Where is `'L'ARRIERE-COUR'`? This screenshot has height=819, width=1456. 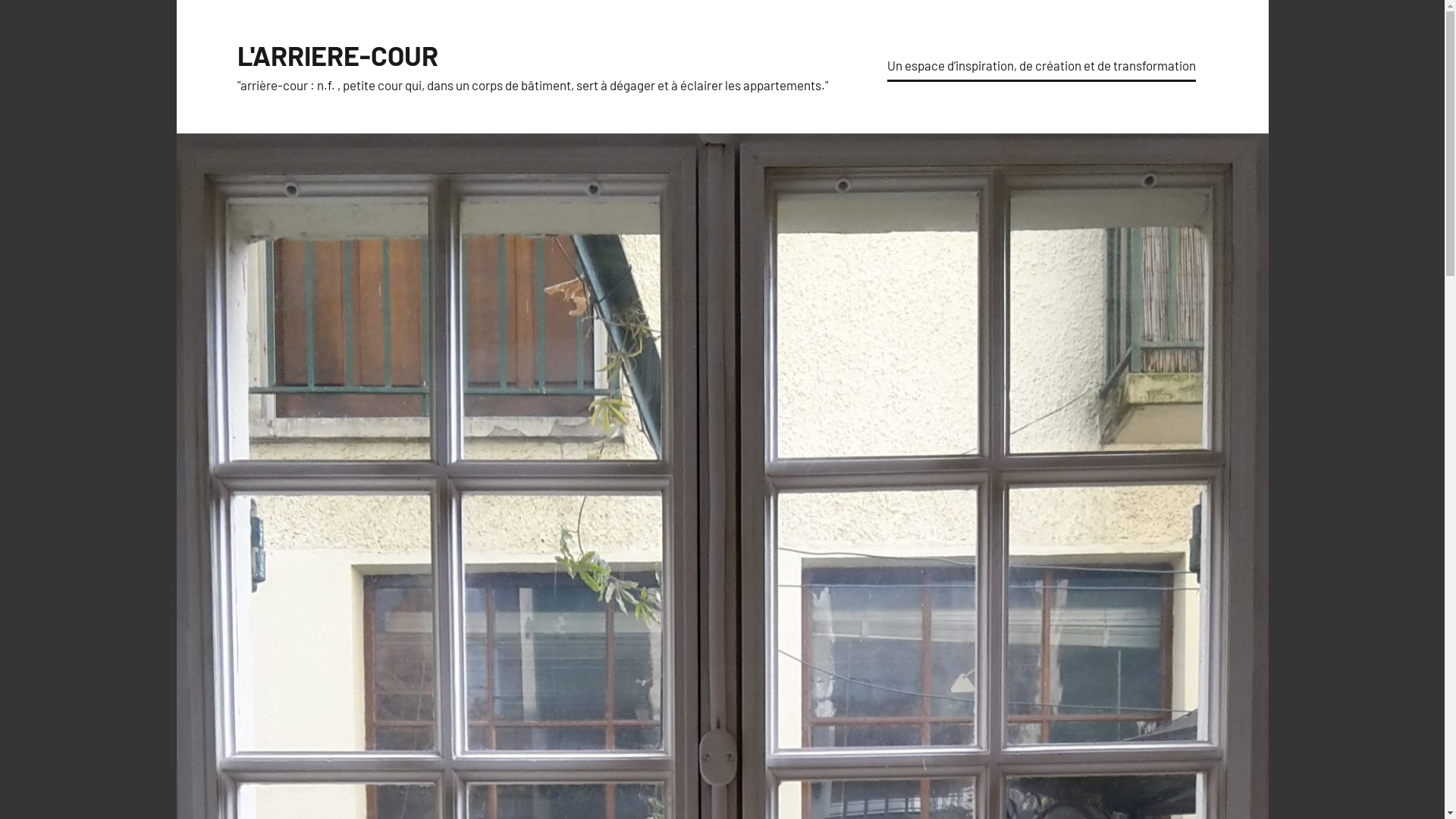 'L'ARRIERE-COUR' is located at coordinates (336, 54).